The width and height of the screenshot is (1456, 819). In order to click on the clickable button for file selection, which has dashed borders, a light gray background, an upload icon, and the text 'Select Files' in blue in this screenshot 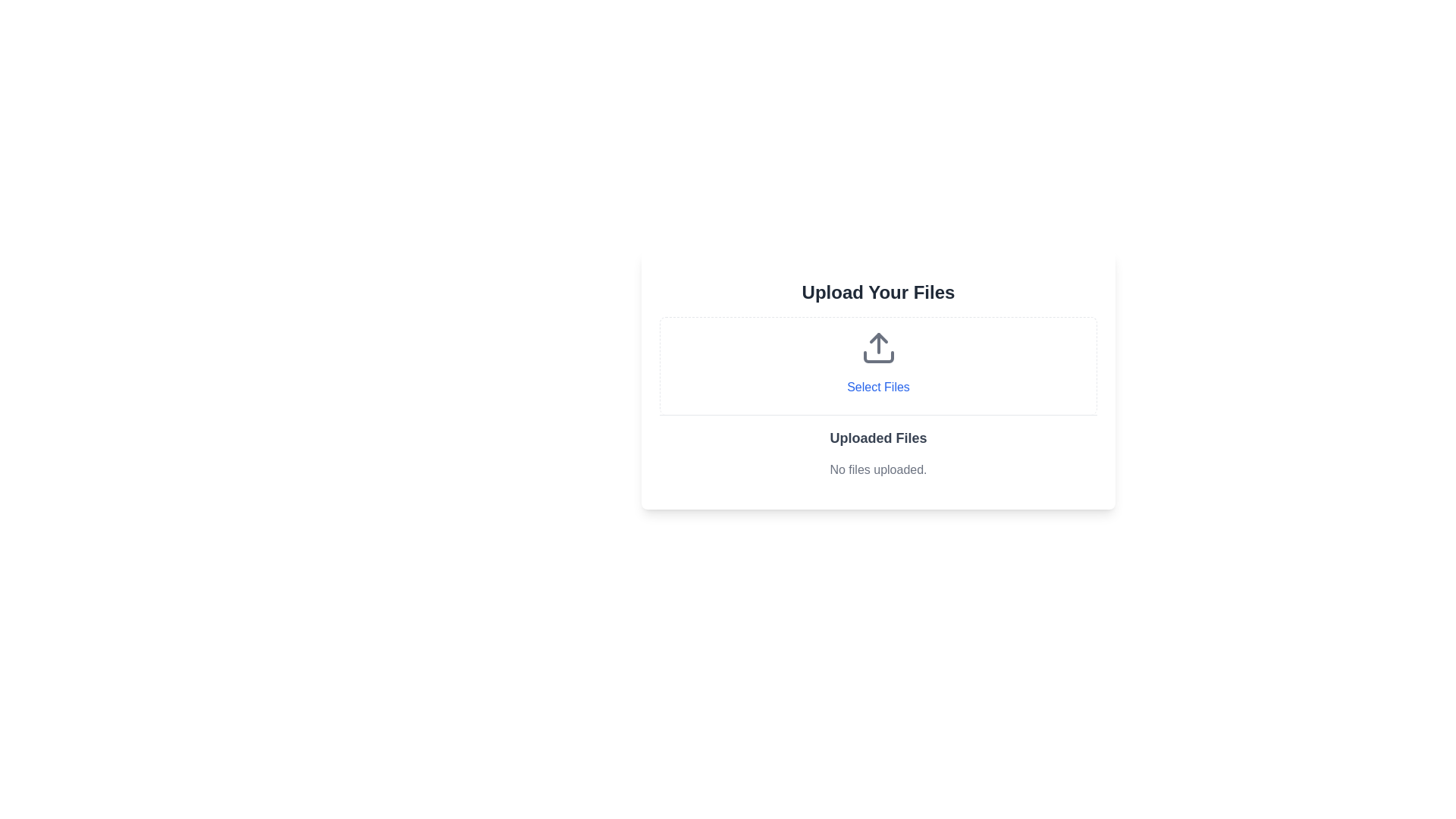, I will do `click(878, 366)`.